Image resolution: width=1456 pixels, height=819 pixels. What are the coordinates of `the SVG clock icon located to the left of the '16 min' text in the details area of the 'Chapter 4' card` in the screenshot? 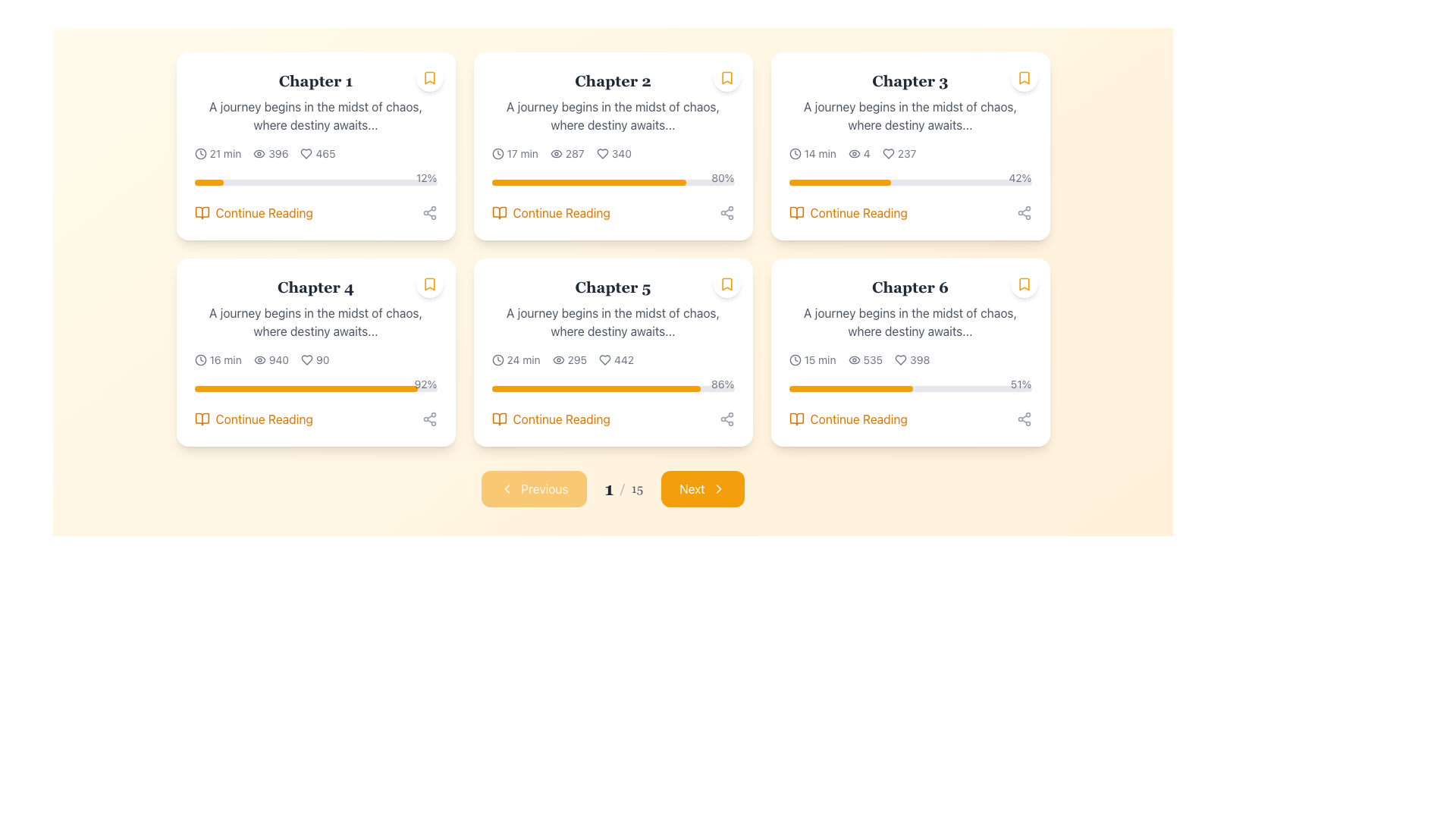 It's located at (199, 359).